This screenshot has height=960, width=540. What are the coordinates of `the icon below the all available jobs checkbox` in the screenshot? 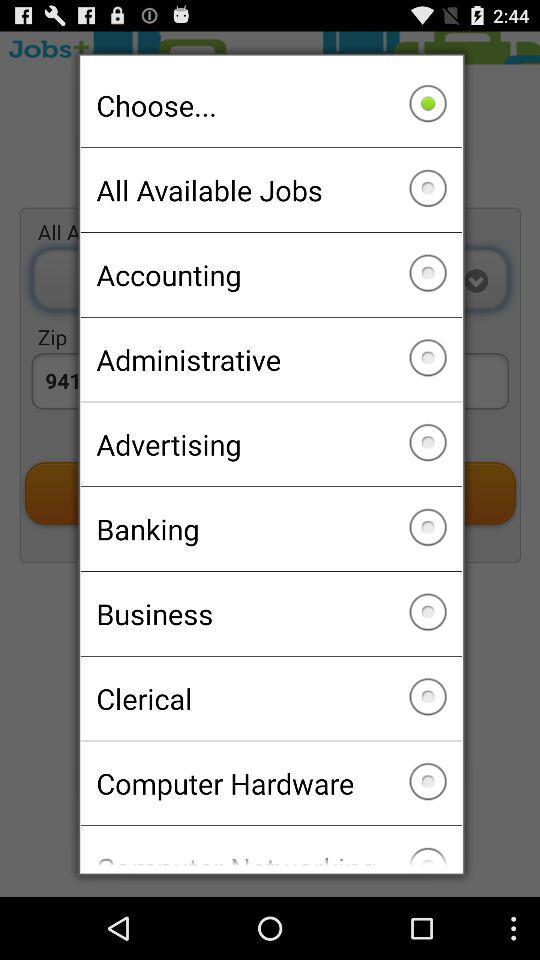 It's located at (270, 273).